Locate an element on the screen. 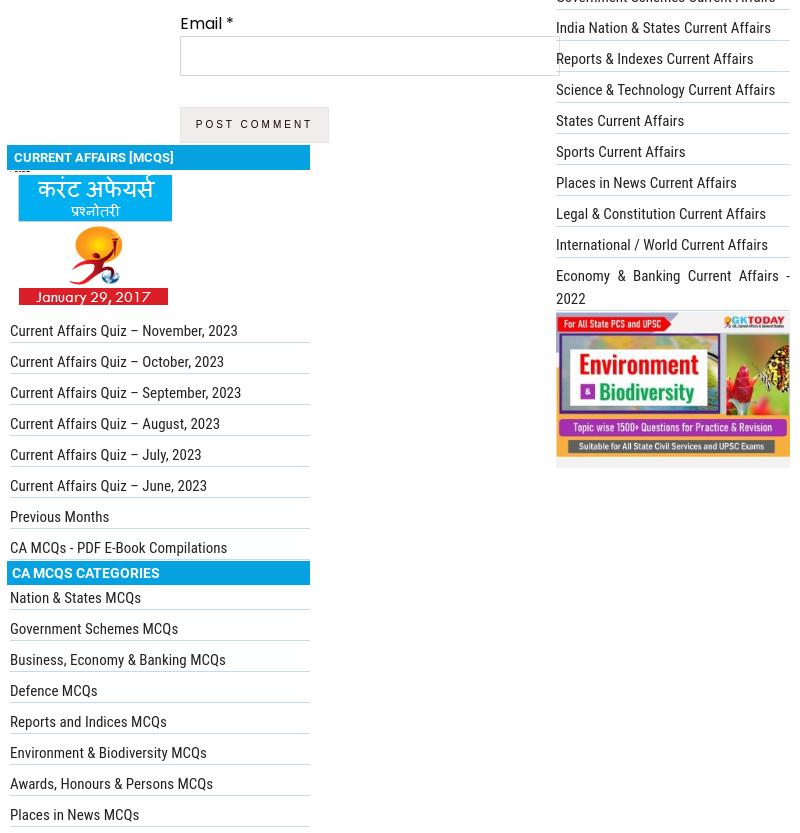 This screenshot has height=833, width=800. 'Reports & Indexes Current Affairs' is located at coordinates (653, 58).